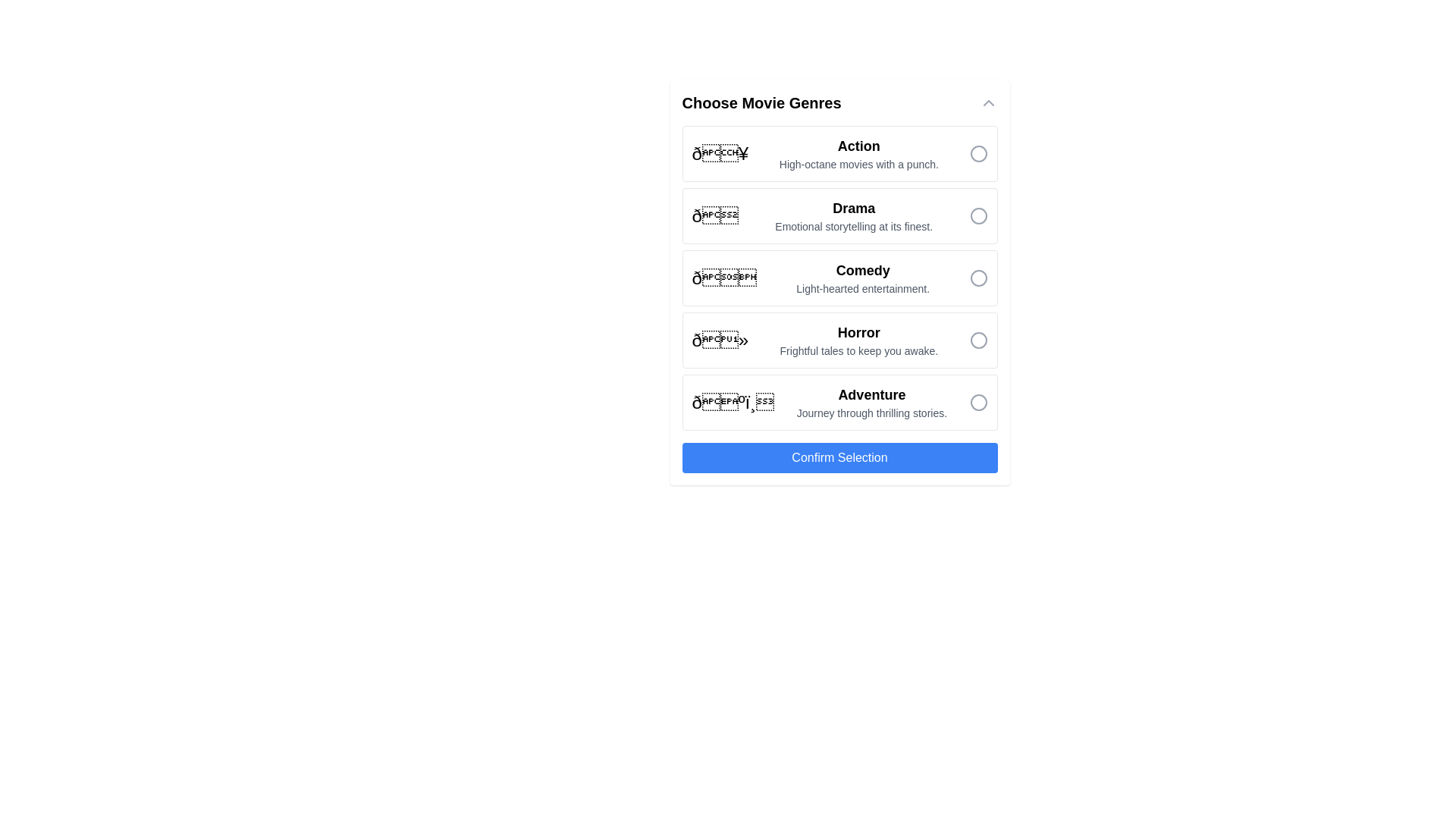 The width and height of the screenshot is (1456, 819). Describe the element at coordinates (978, 339) in the screenshot. I see `the circular checkbox located to the right of the 'Horror' label` at that location.